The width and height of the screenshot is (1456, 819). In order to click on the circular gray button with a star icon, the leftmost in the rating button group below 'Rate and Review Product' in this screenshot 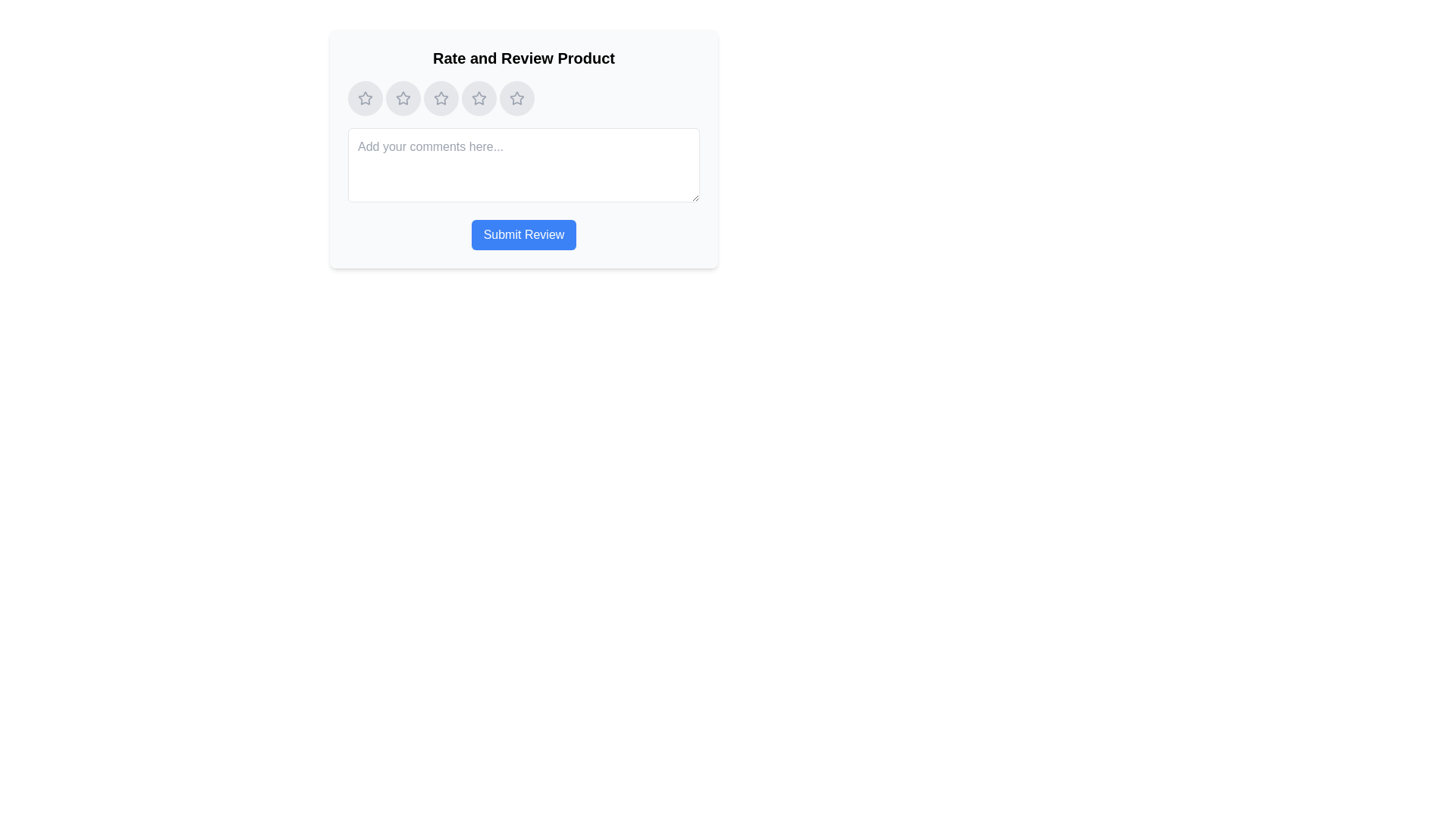, I will do `click(365, 99)`.